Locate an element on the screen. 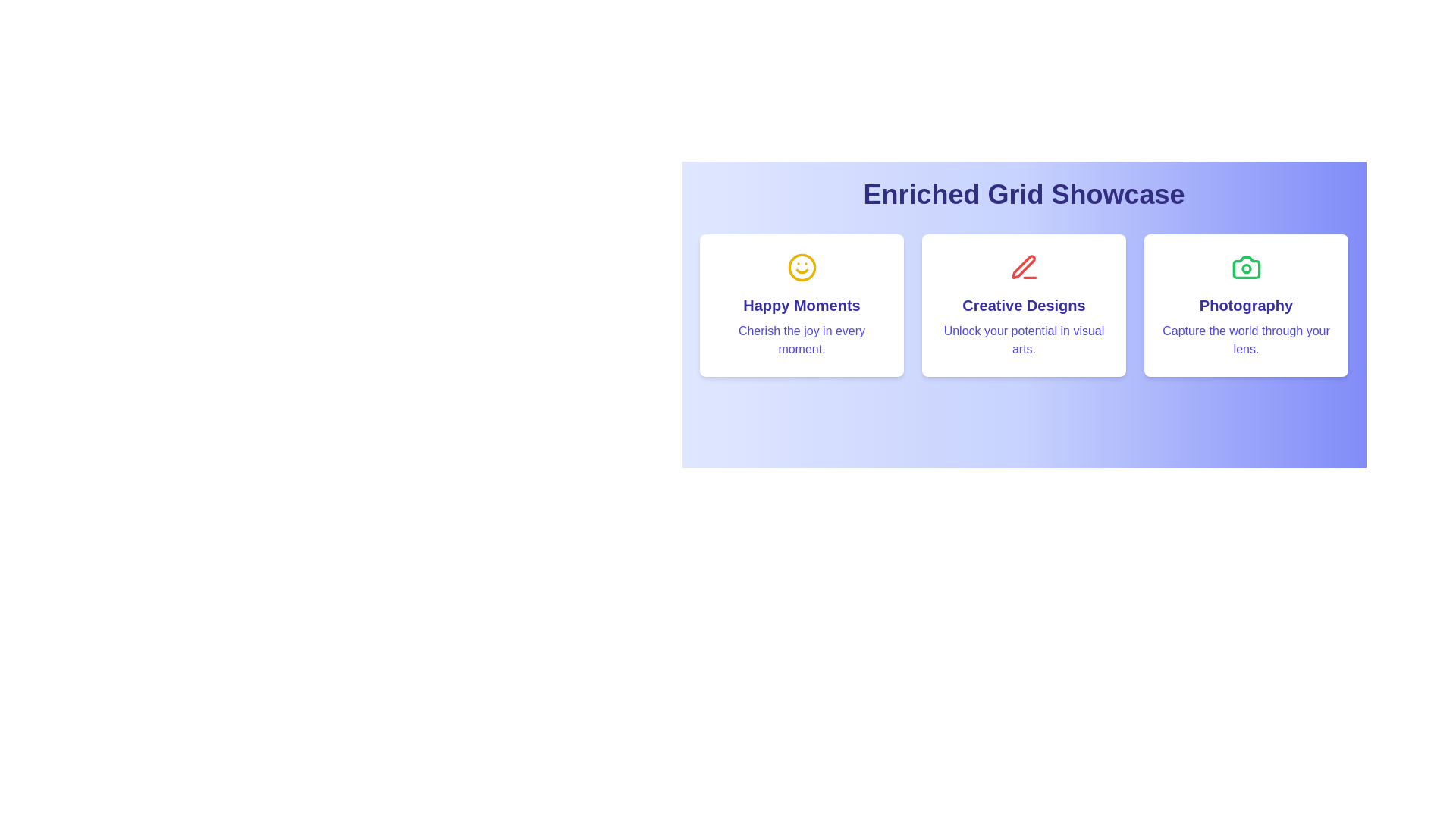 The image size is (1456, 819). the details of the Informative Card, which is the first card in a three-column grid layout, positioned to the left of the 'Creative Designs' and 'Photography' cards is located at coordinates (801, 305).